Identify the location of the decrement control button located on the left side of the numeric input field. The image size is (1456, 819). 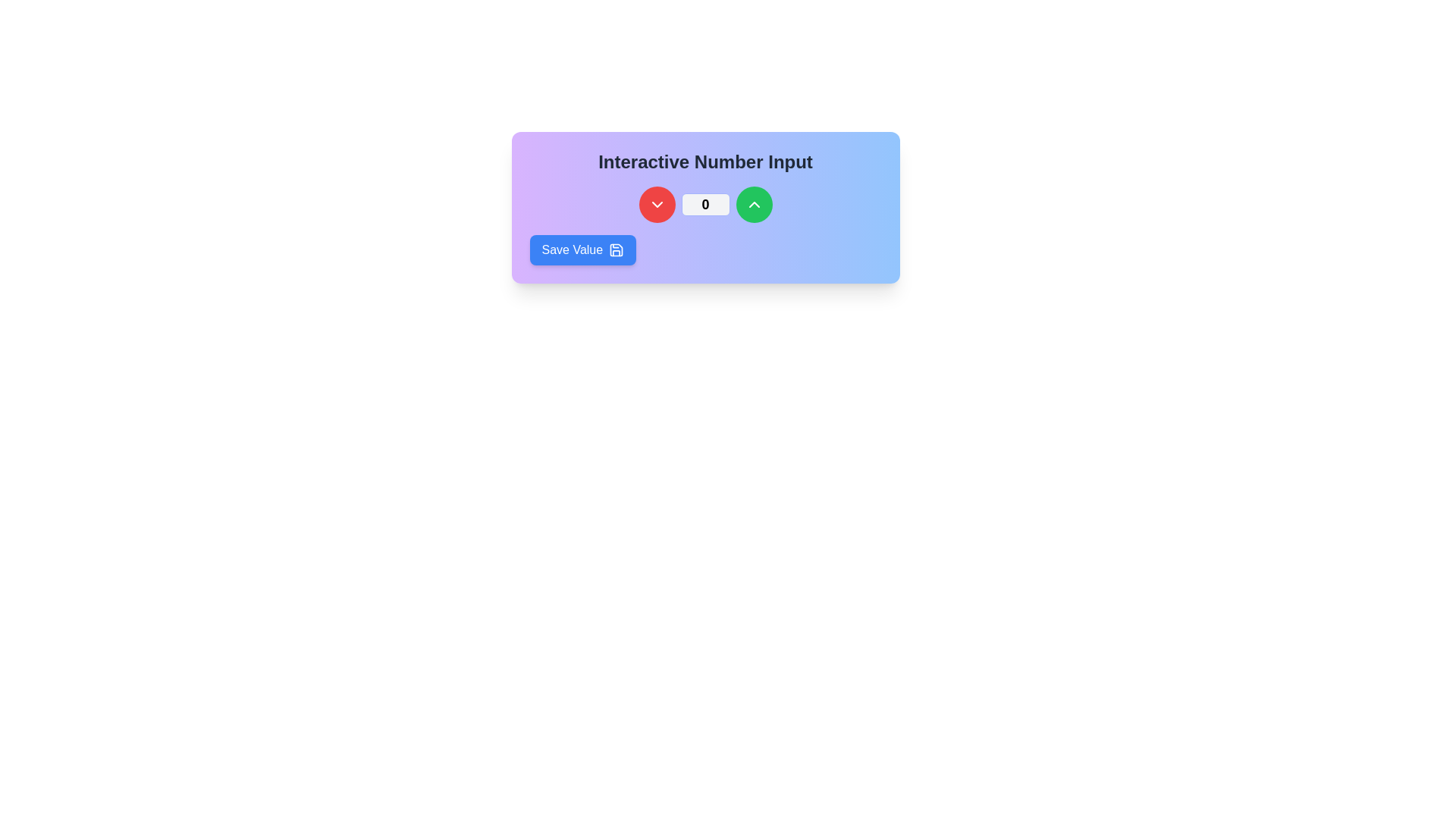
(657, 205).